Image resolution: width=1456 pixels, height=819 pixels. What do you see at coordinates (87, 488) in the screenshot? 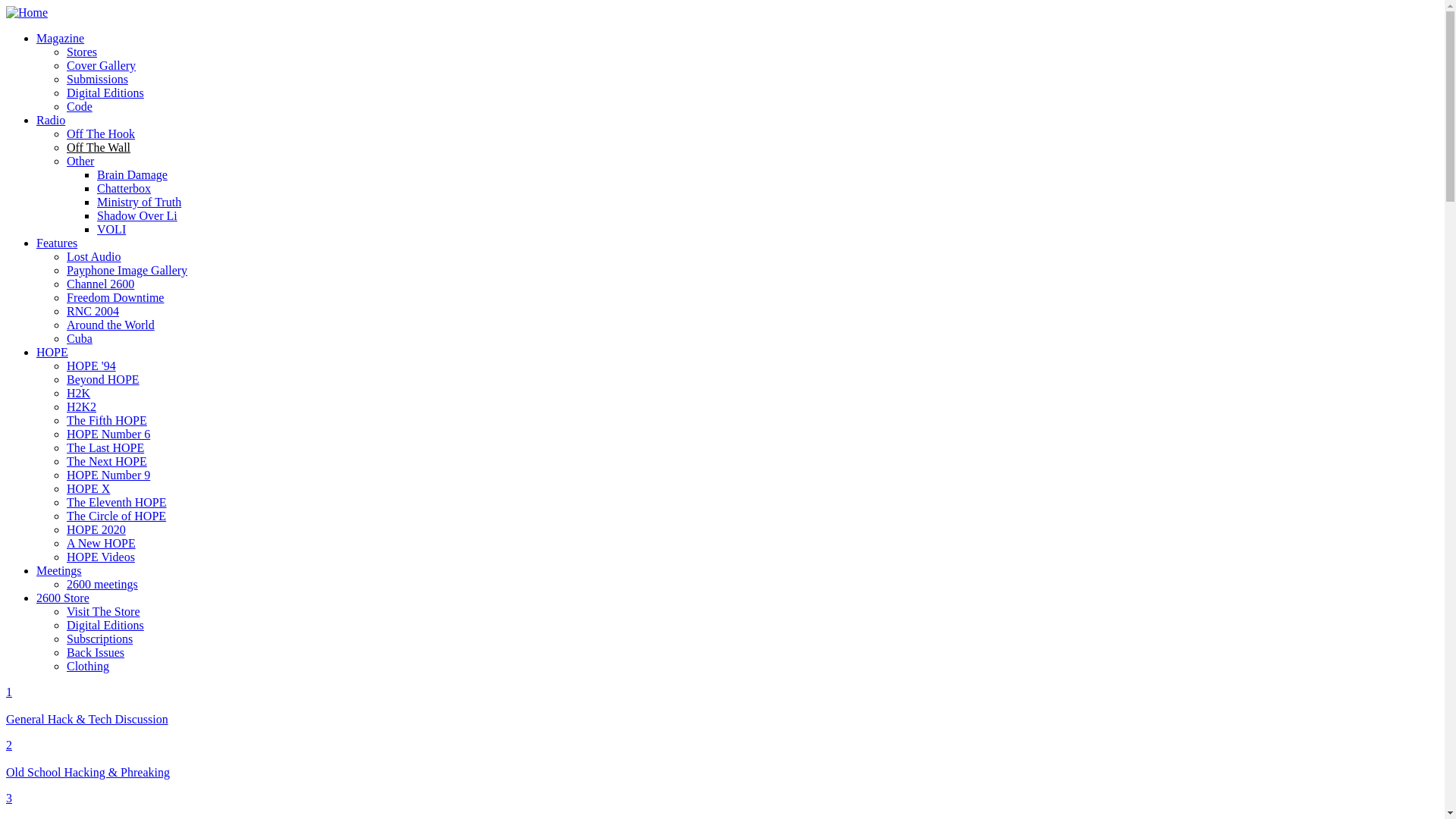
I see `'HOPE X'` at bounding box center [87, 488].